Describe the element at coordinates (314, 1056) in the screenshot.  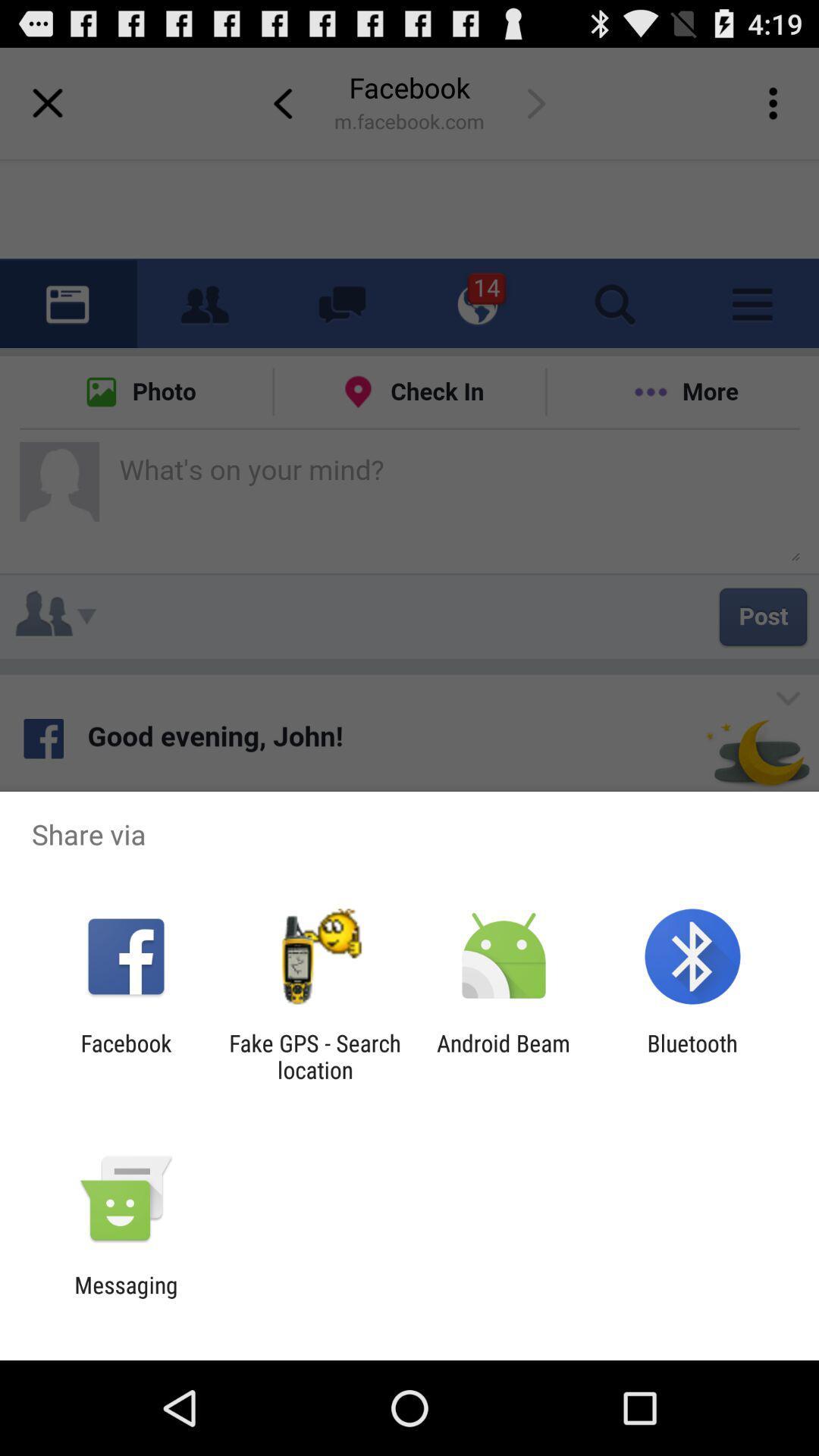
I see `the app next to the android beam app` at that location.